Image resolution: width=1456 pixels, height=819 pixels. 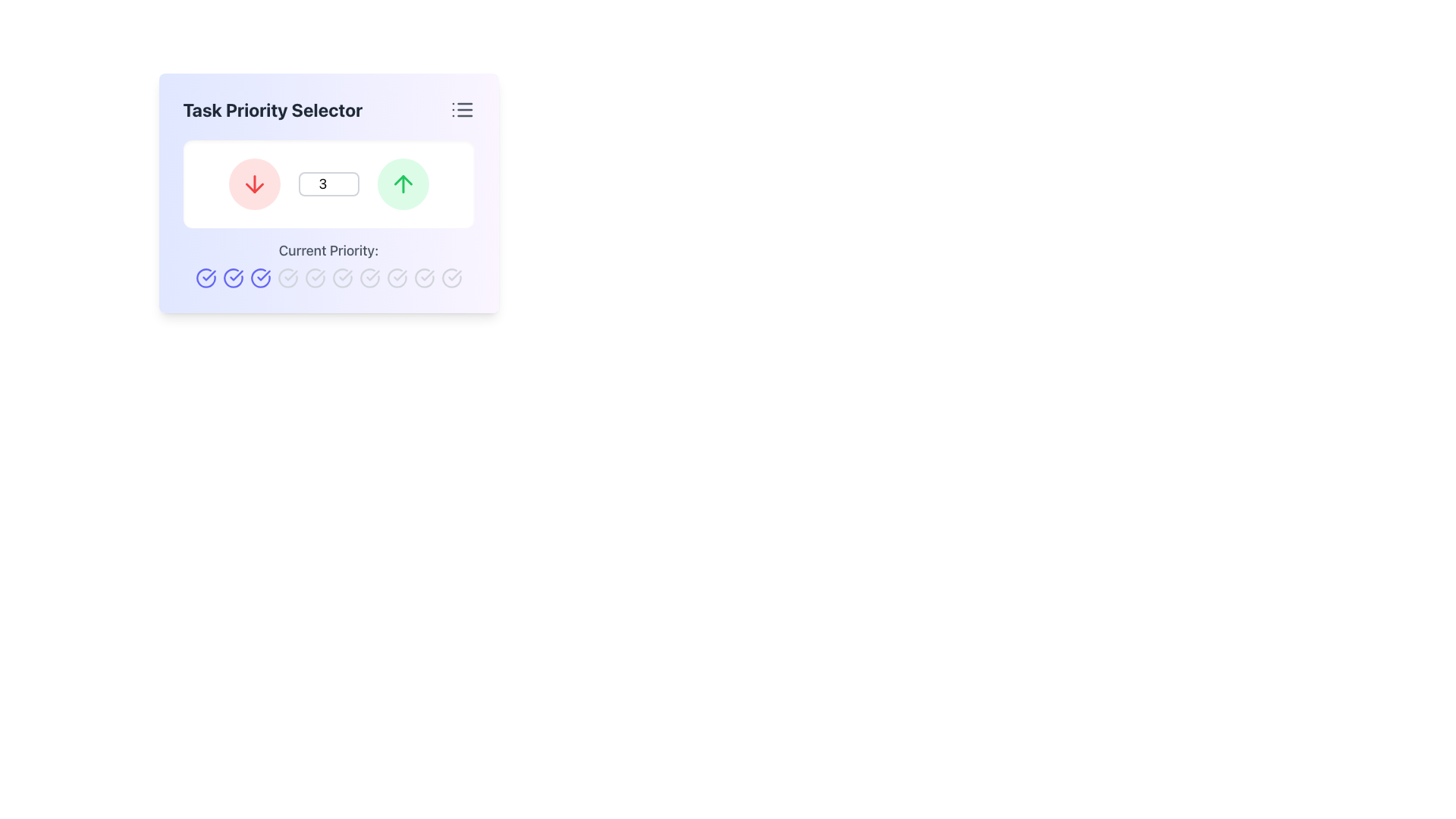 I want to click on the priority level indicator icon, which is the seventh from the left in a horizontal sequence of priority icons, so click(x=341, y=278).